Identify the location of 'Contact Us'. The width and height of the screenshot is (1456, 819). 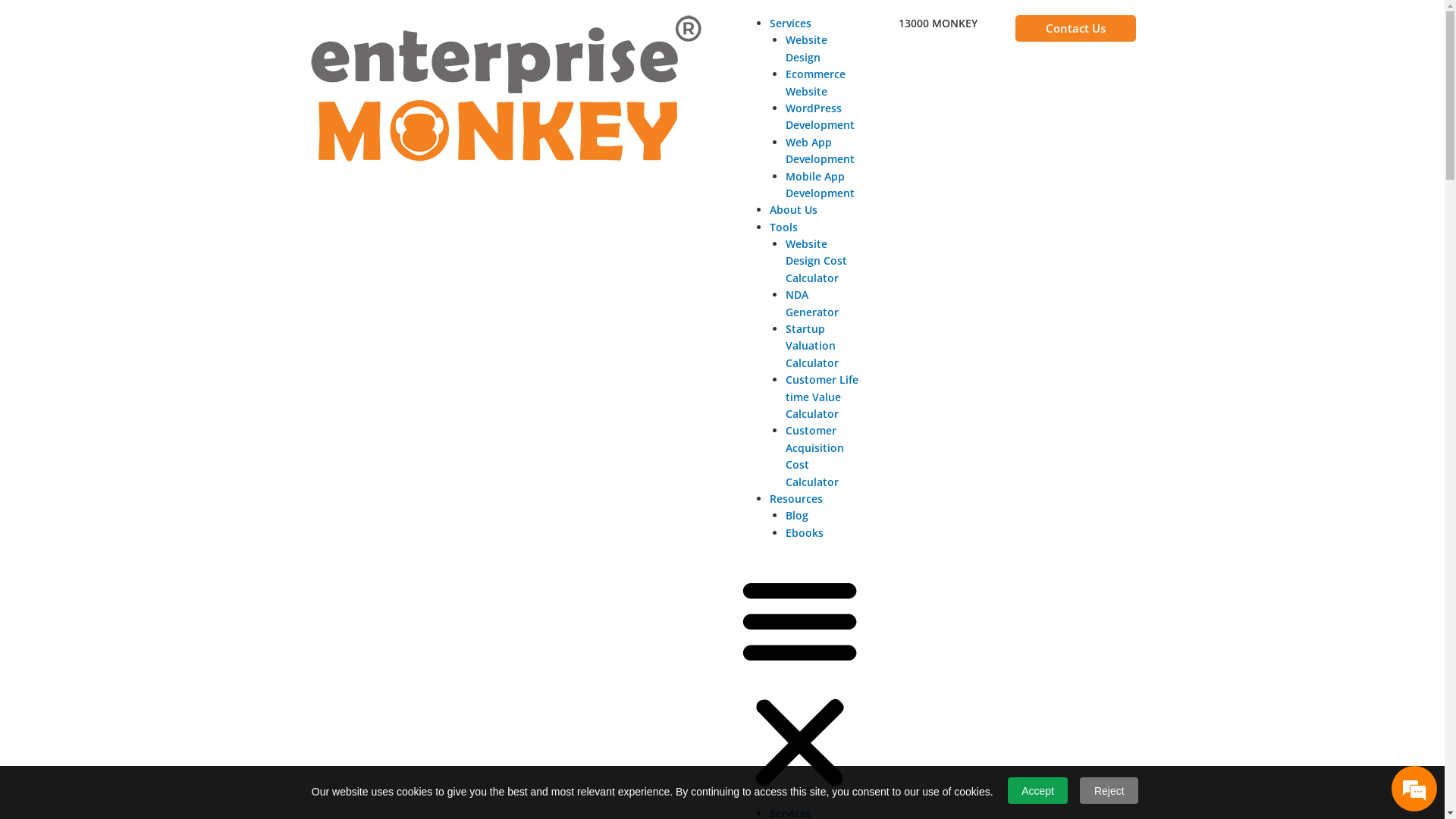
(1015, 28).